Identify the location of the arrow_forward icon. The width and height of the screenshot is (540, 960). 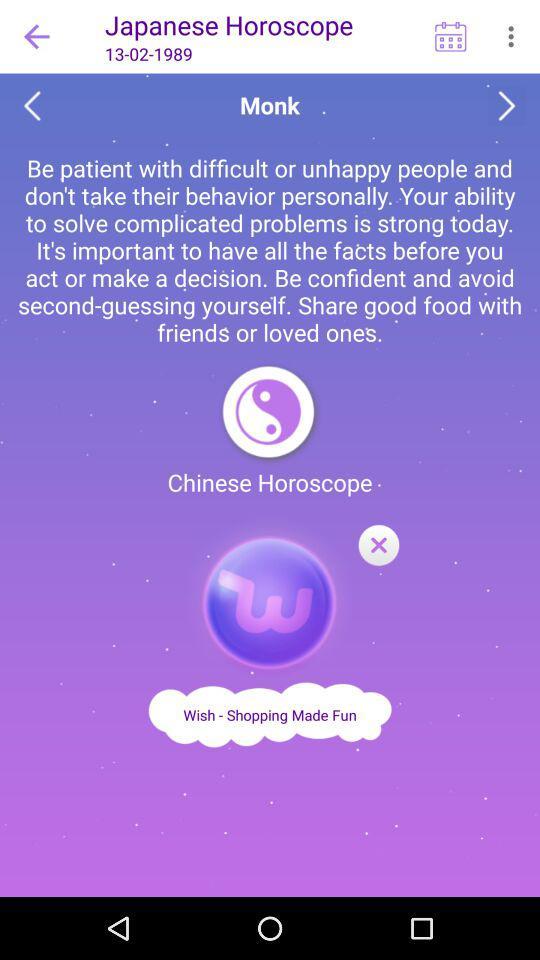
(507, 106).